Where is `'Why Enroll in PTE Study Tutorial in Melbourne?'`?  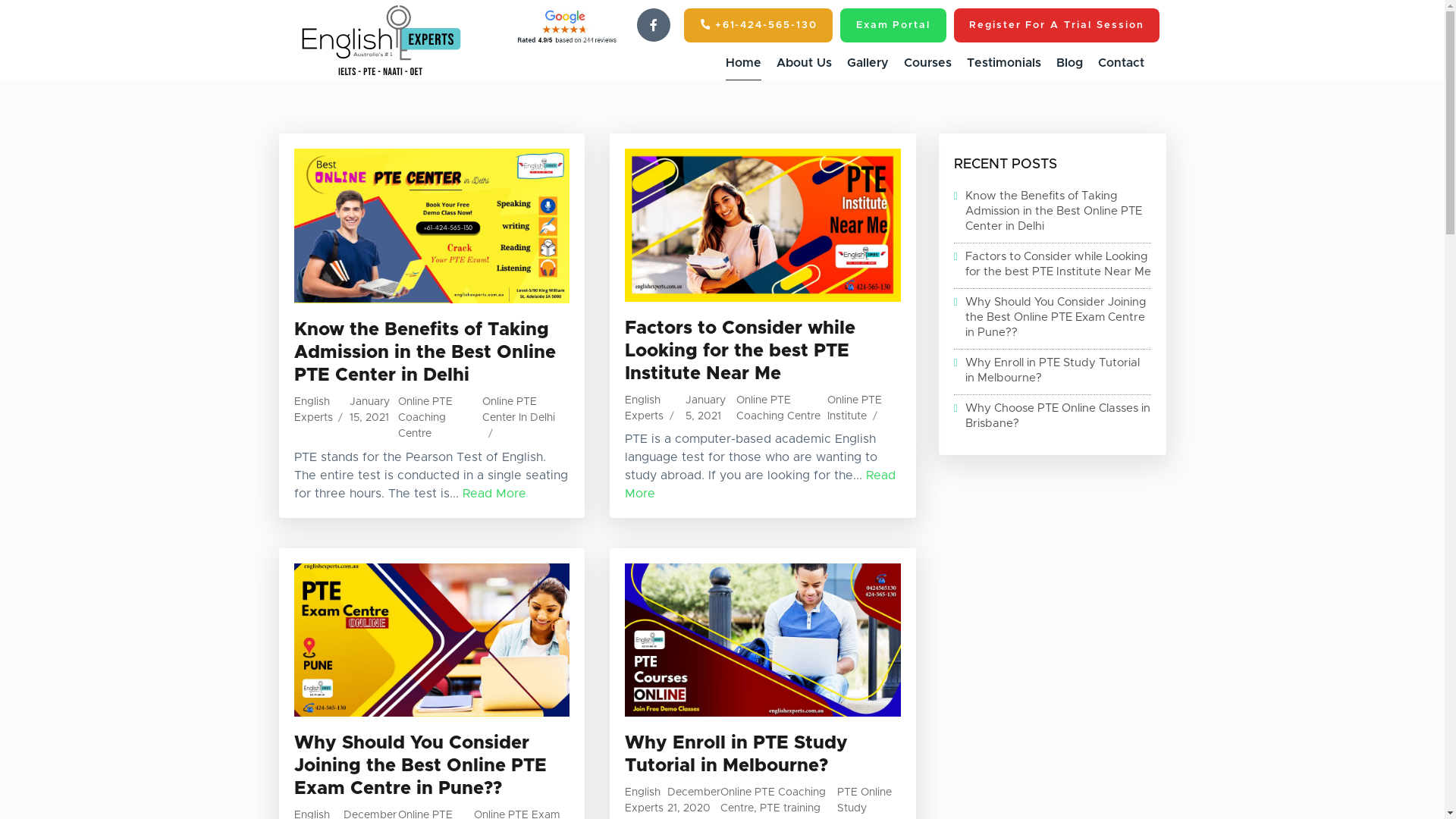
'Why Enroll in PTE Study Tutorial in Melbourne?' is located at coordinates (625, 755).